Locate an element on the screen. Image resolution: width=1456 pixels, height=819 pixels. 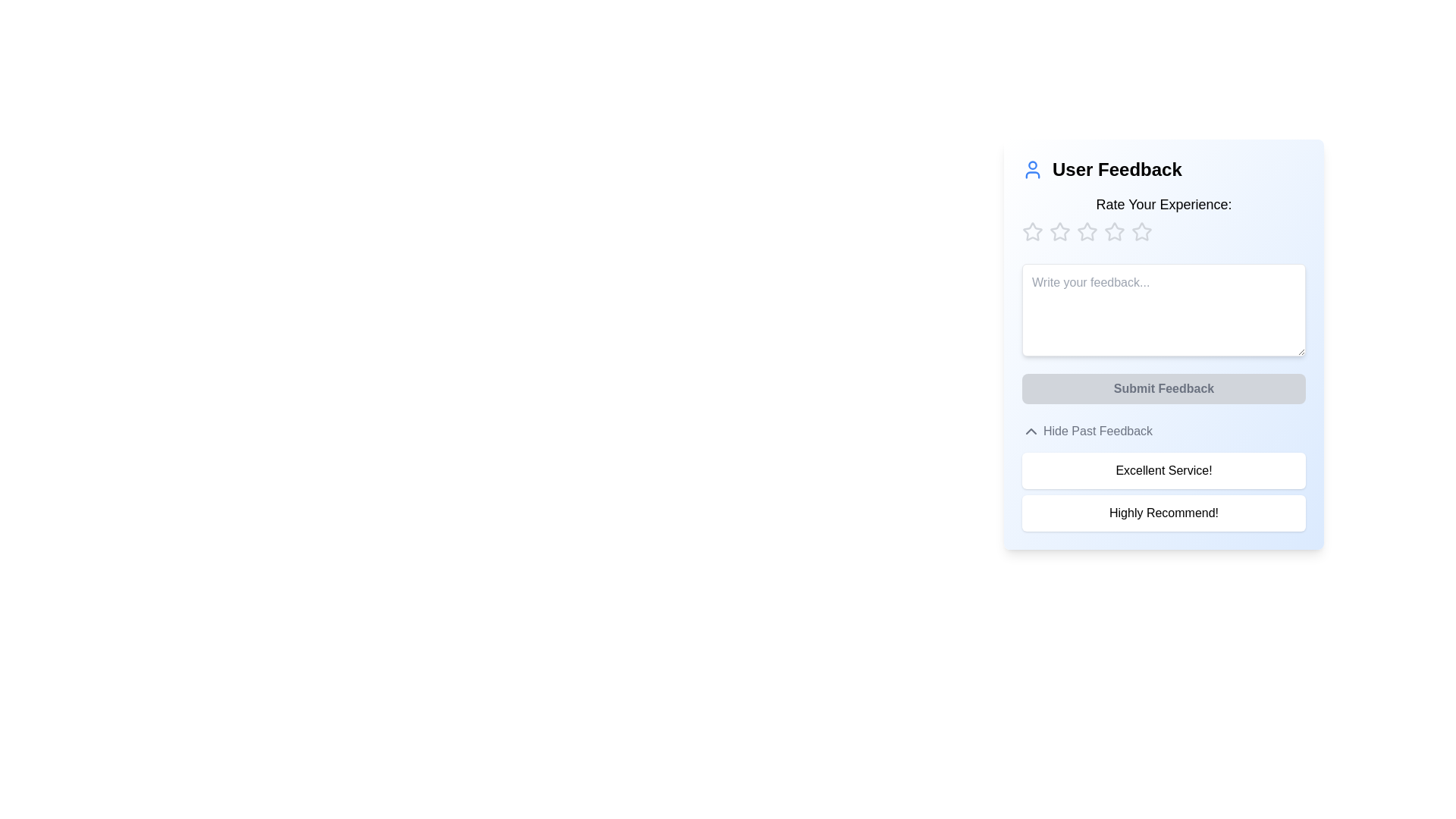
the user profile icon located in the header section of the feedback form, which is positioned immediately to the left of the 'User Feedback' text is located at coordinates (1032, 169).